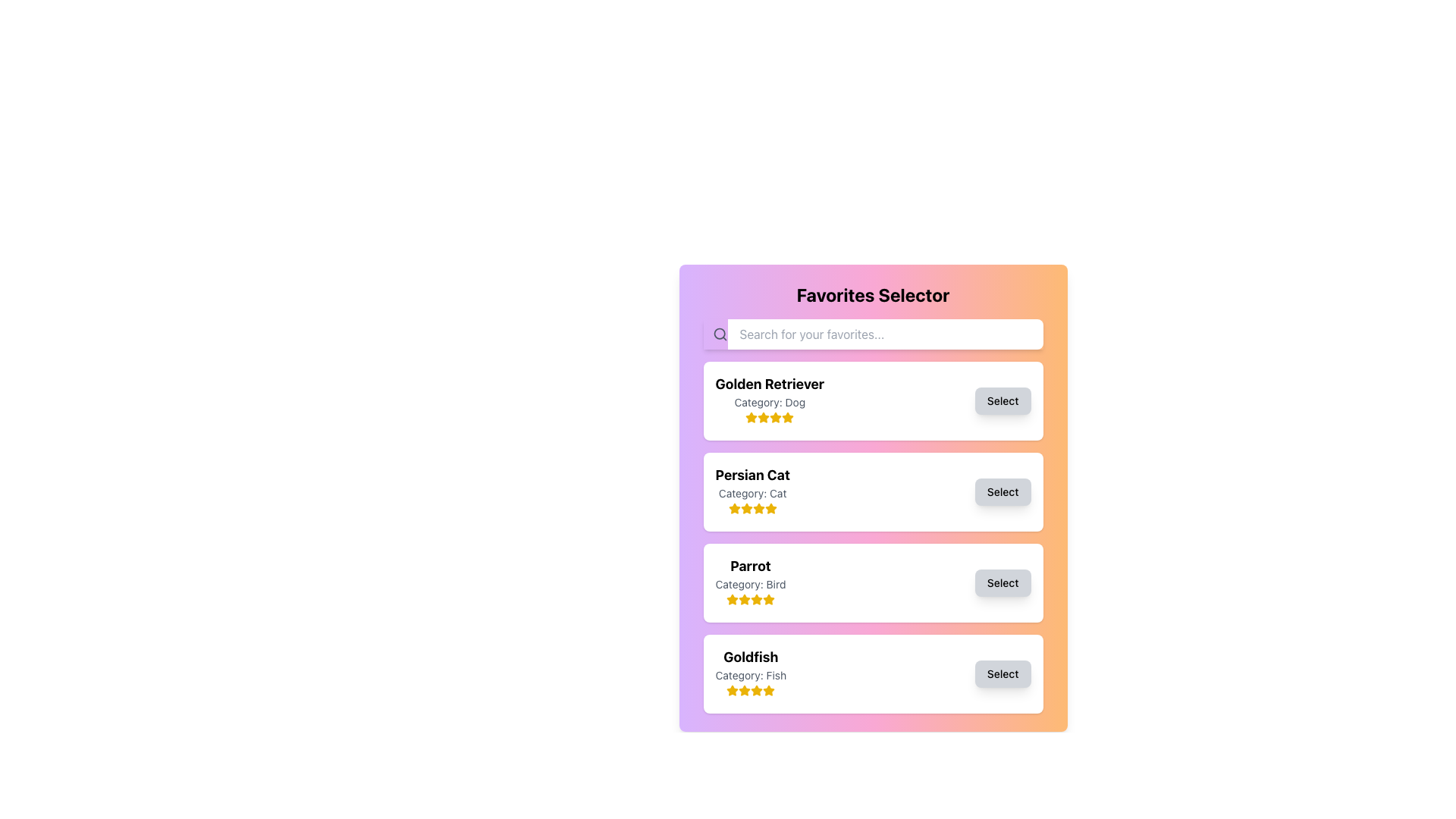  What do you see at coordinates (718, 333) in the screenshot?
I see `the small circular SVG component that represents the lens of the search icon, located at the beginning of the search field` at bounding box center [718, 333].